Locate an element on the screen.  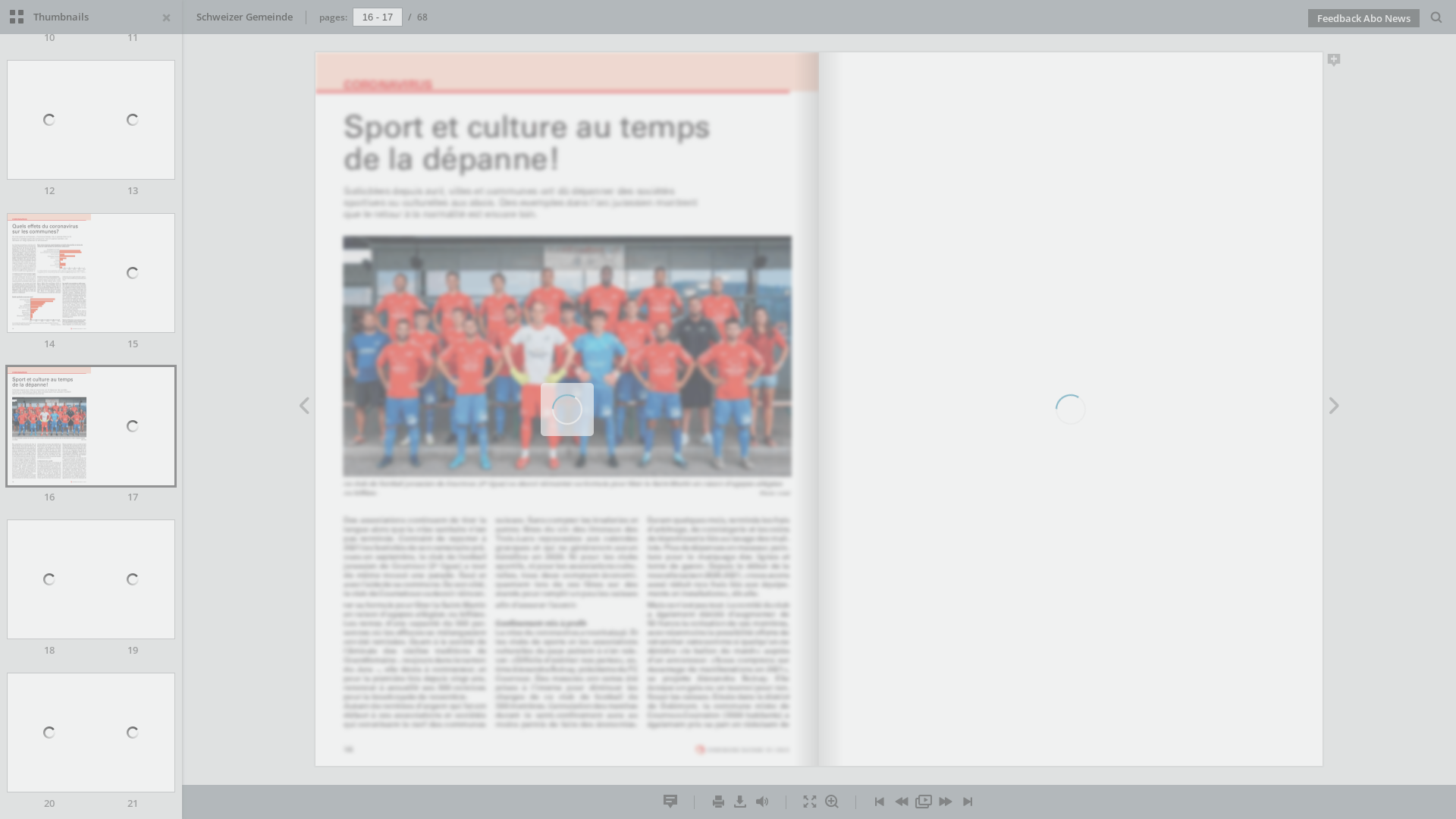
'Search' is located at coordinates (1436, 17).